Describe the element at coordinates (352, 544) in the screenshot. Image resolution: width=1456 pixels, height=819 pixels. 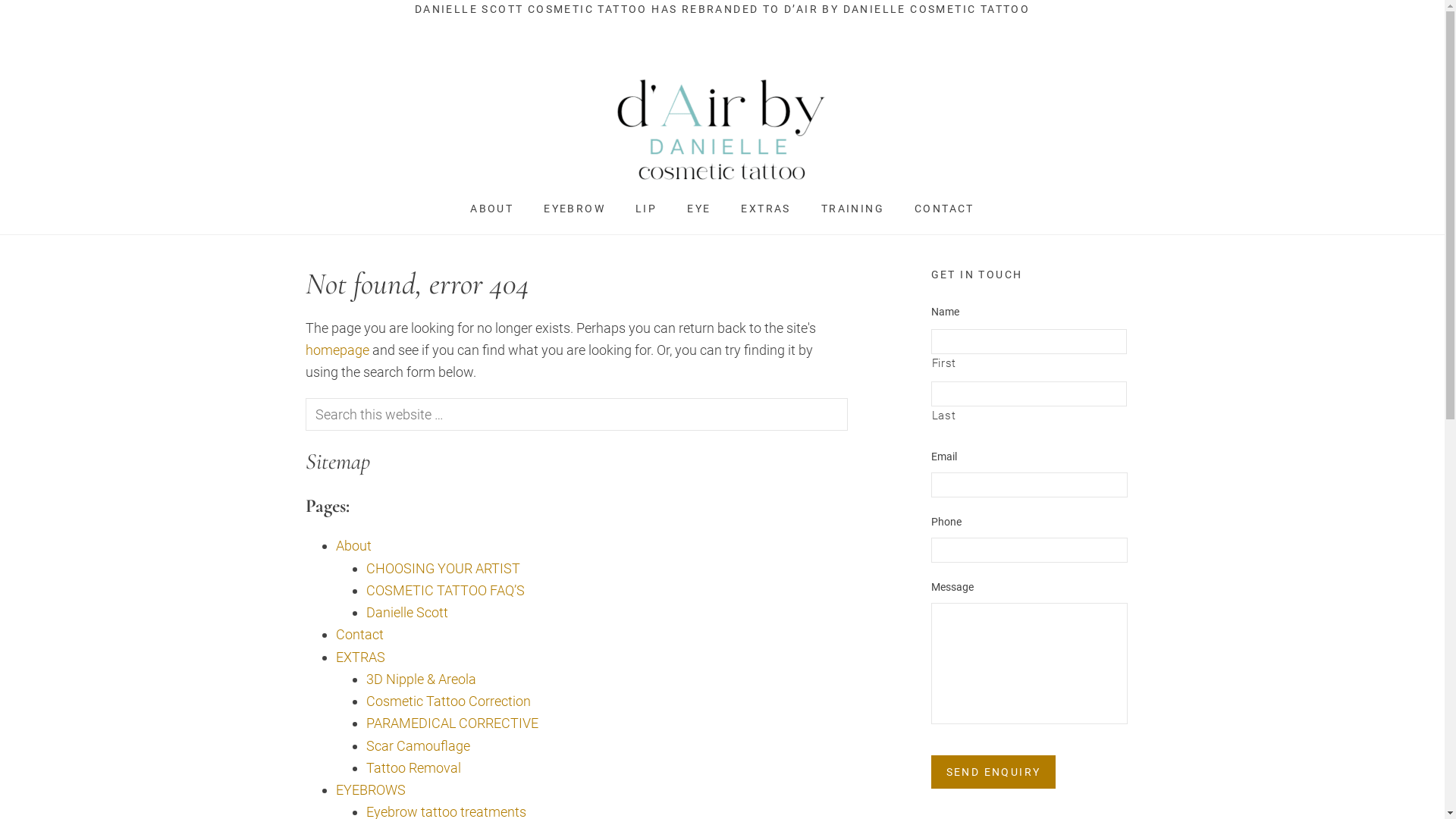
I see `'About'` at that location.